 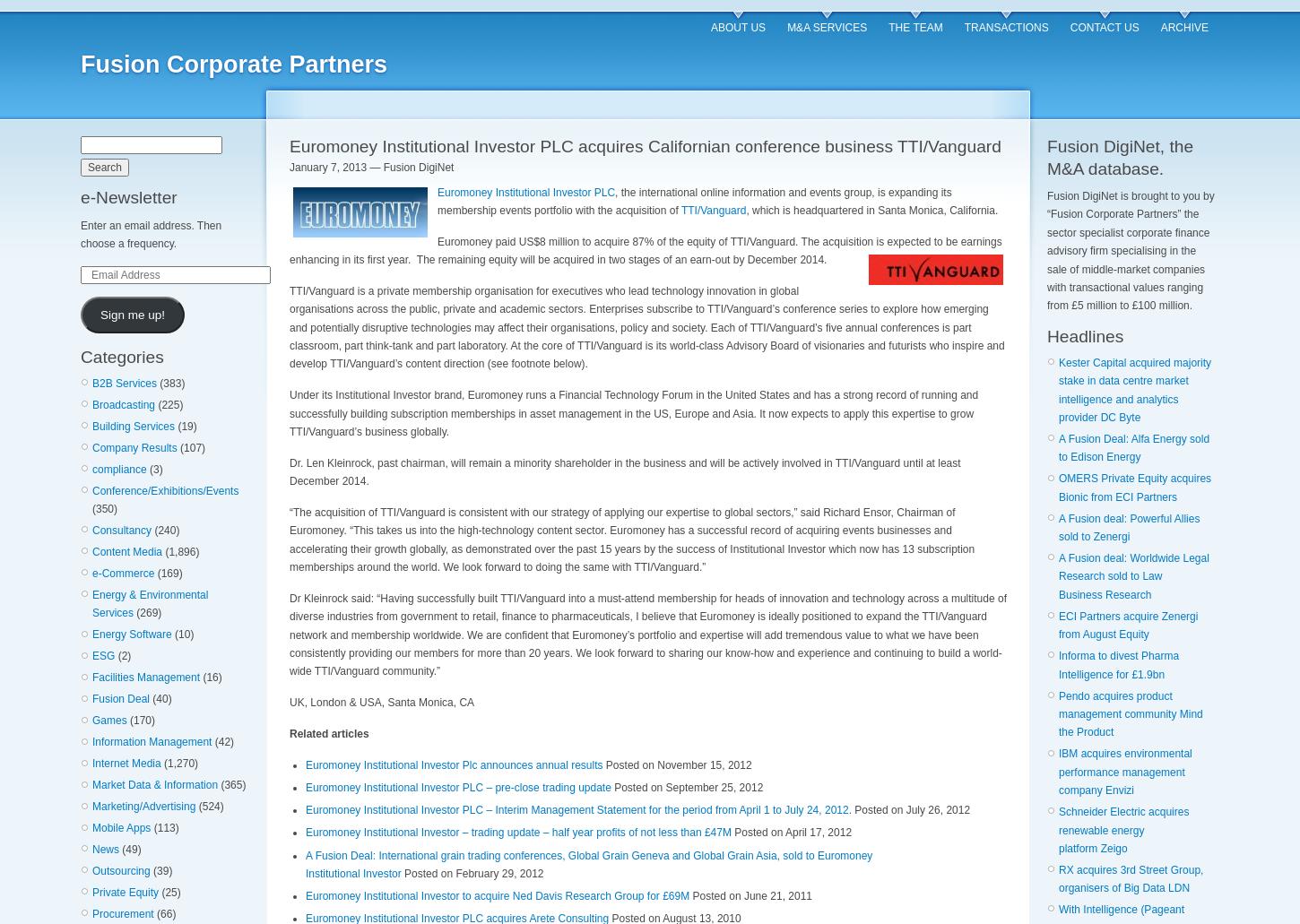 What do you see at coordinates (1133, 447) in the screenshot?
I see `'A Fusion Deal: Alfa Energy sold to Edison Energy'` at bounding box center [1133, 447].